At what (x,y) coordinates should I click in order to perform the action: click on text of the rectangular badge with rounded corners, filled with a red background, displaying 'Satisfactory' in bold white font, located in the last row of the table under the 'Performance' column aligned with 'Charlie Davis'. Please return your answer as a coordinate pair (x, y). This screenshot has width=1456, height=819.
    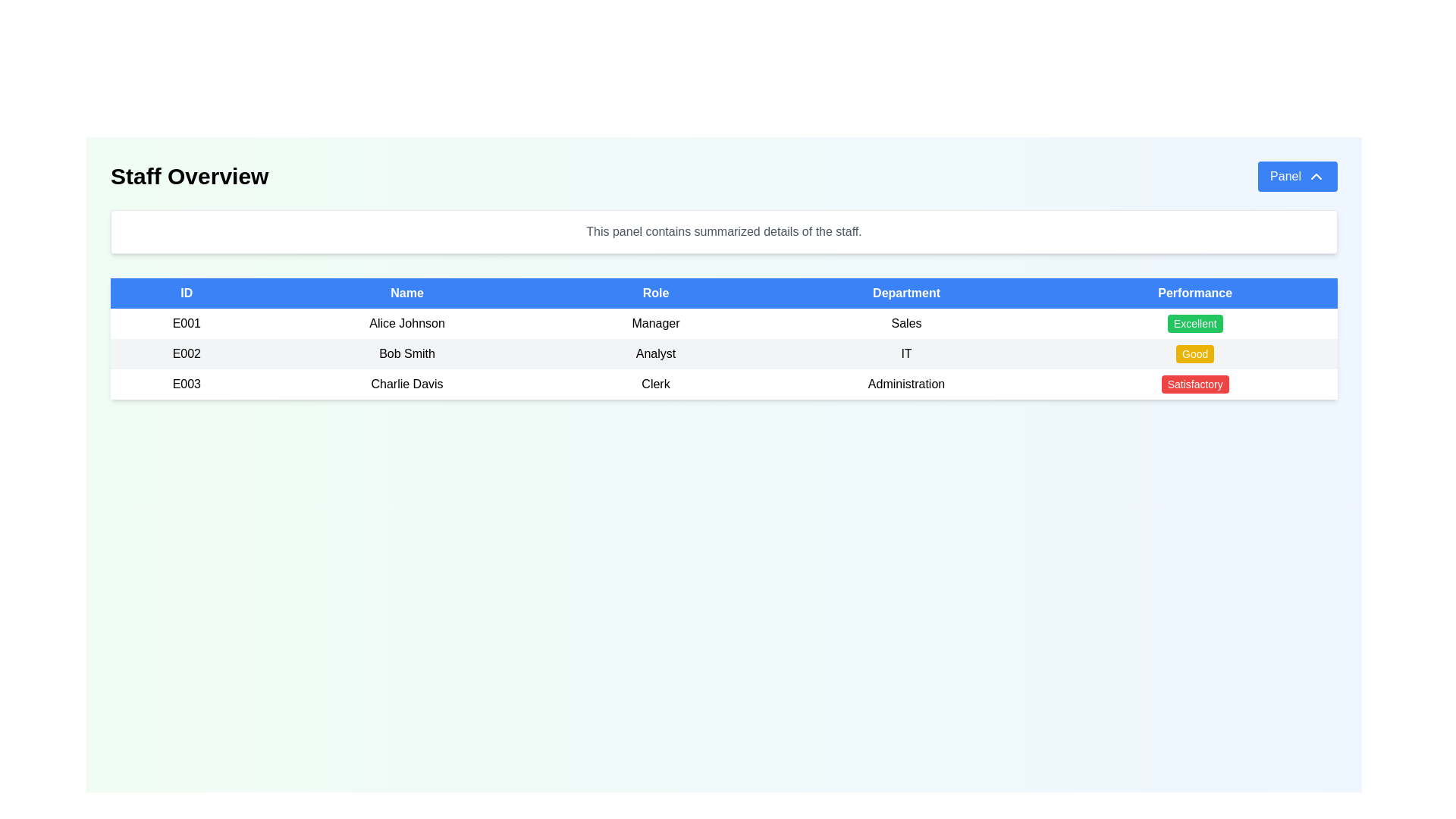
    Looking at the image, I should click on (1194, 383).